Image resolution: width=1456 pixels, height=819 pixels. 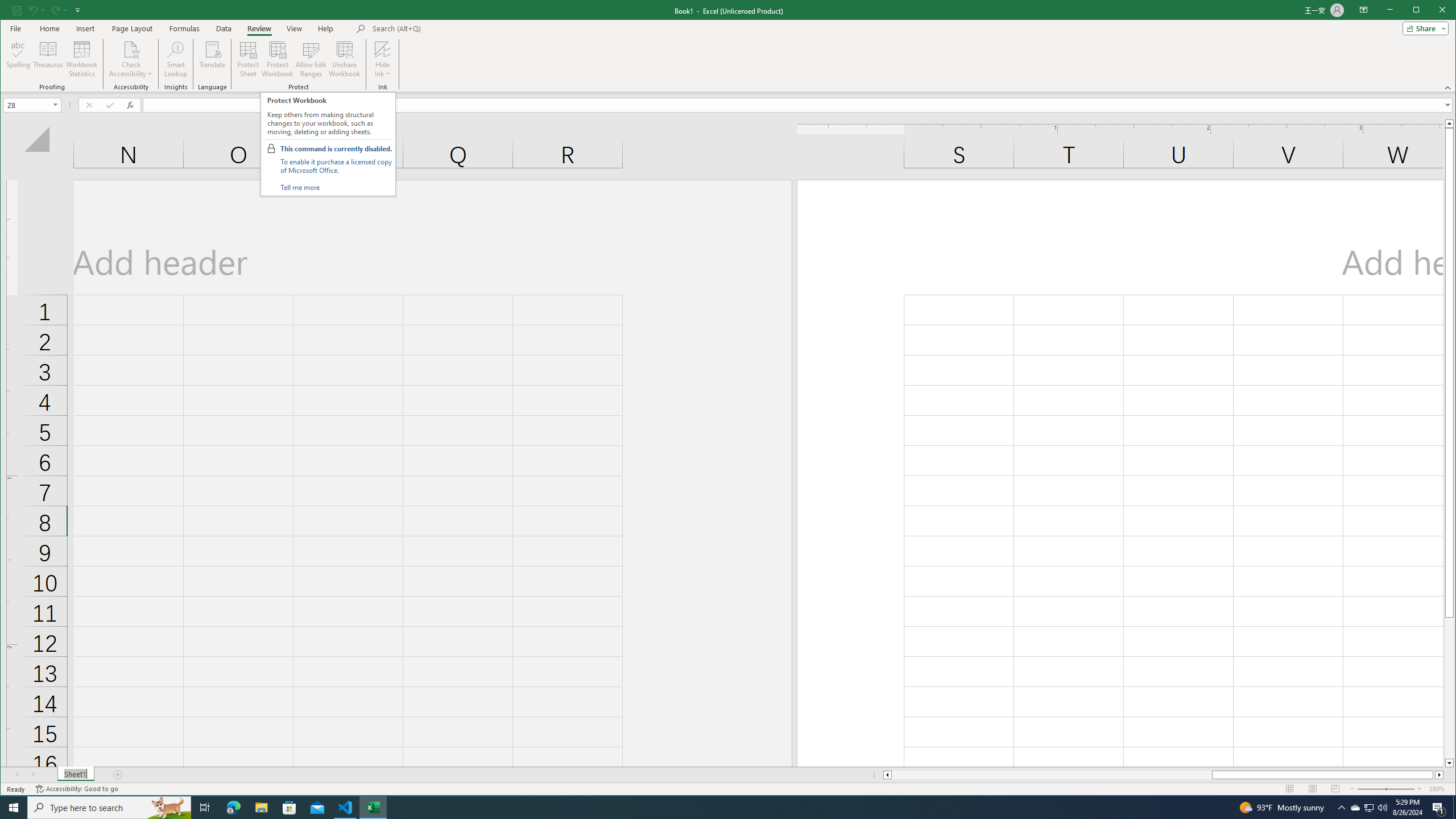 I want to click on 'Zoom', so click(x=1384, y=788).